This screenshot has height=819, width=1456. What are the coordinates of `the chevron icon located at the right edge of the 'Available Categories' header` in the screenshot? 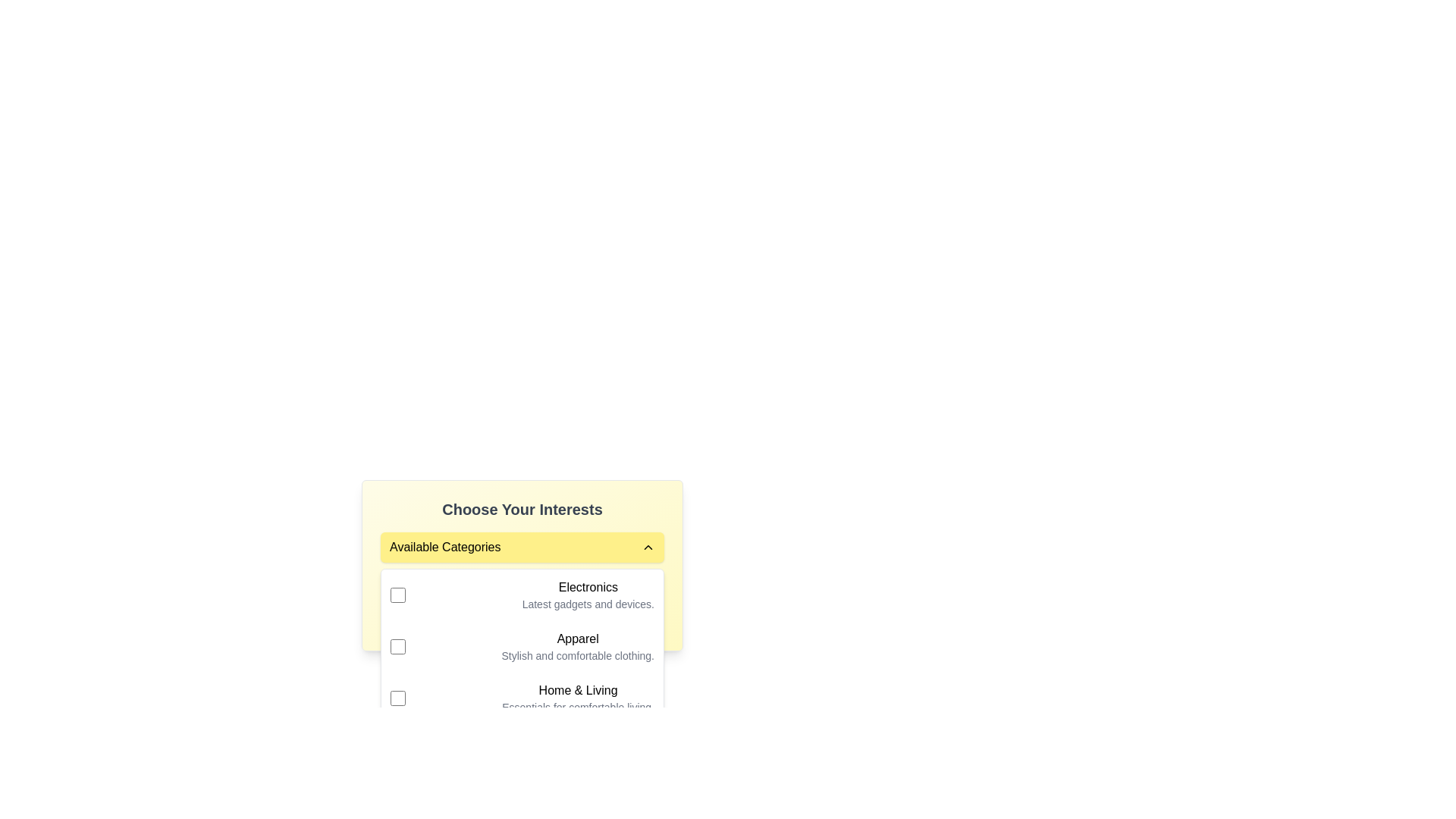 It's located at (648, 547).